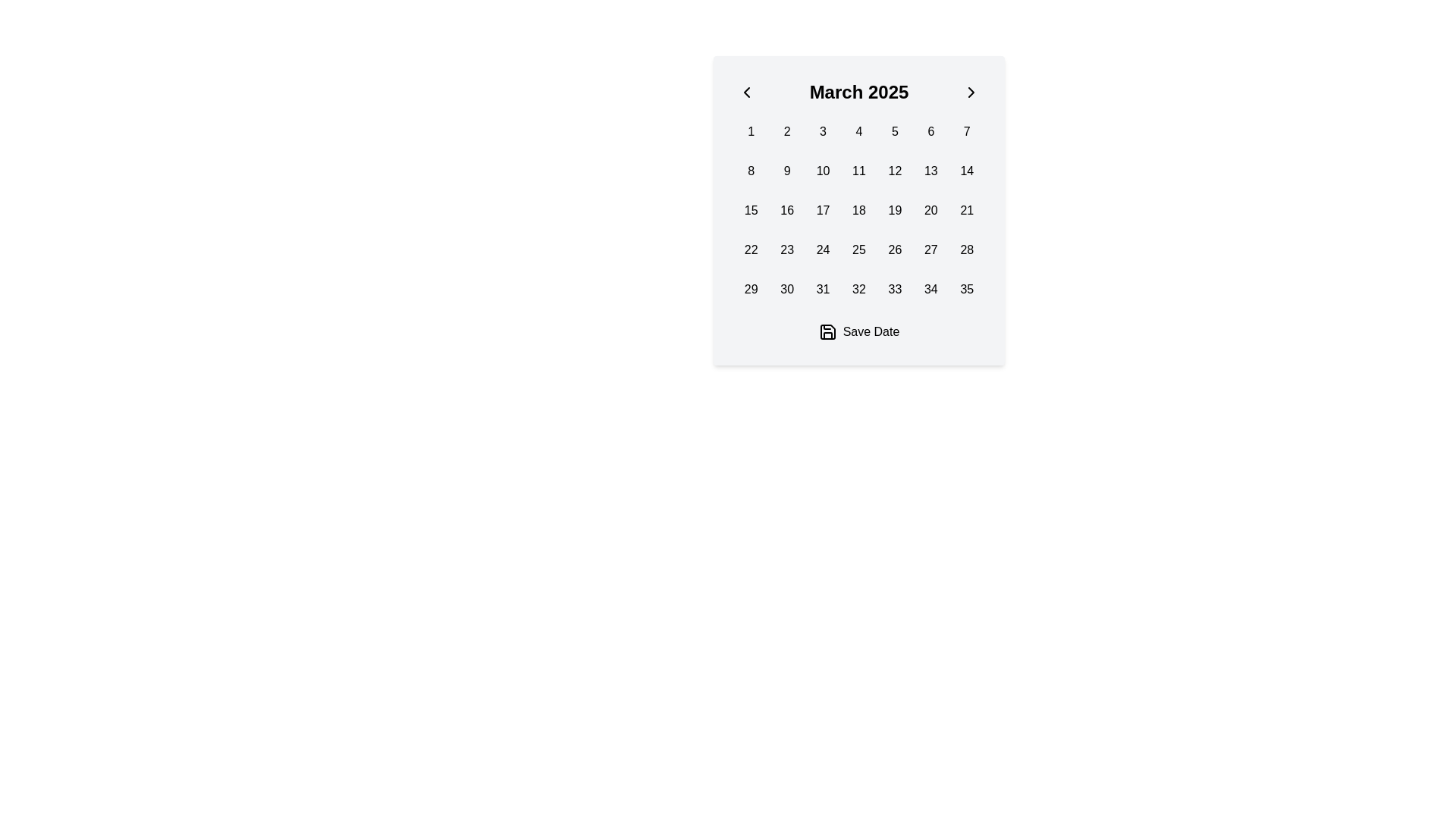 The height and width of the screenshot is (819, 1456). What do you see at coordinates (966, 210) in the screenshot?
I see `the square-shaped button displaying the number '21' in black text, located in the third row and seventh column of the calendar grid` at bounding box center [966, 210].